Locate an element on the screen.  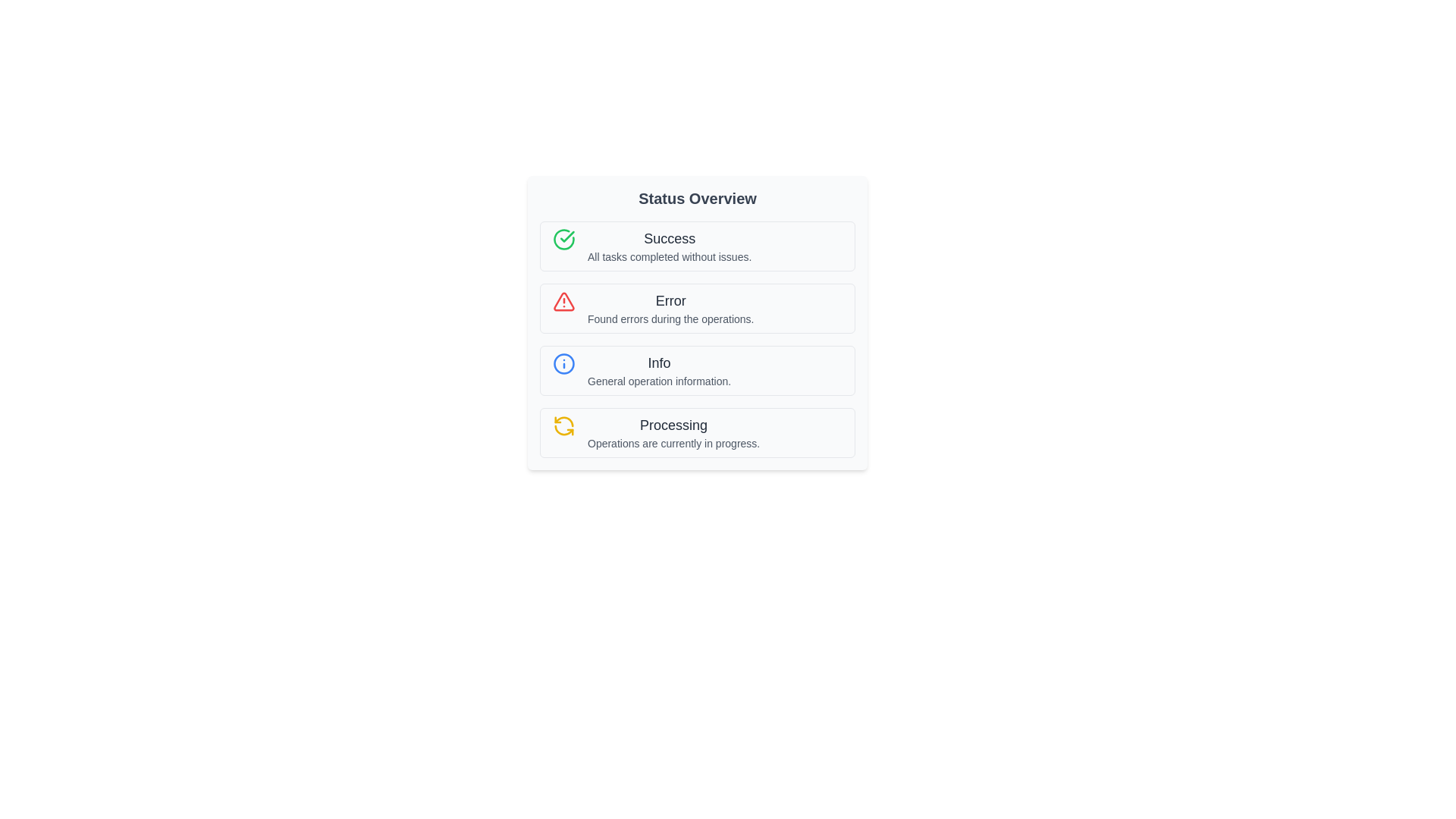
the circular icon with a yellow outline and refresh symbol located in the 'Processing' section of the 'Status Overview' interface, positioned to the left of the text 'Processing' and 'Operations are currently in progress.' is located at coordinates (563, 426).